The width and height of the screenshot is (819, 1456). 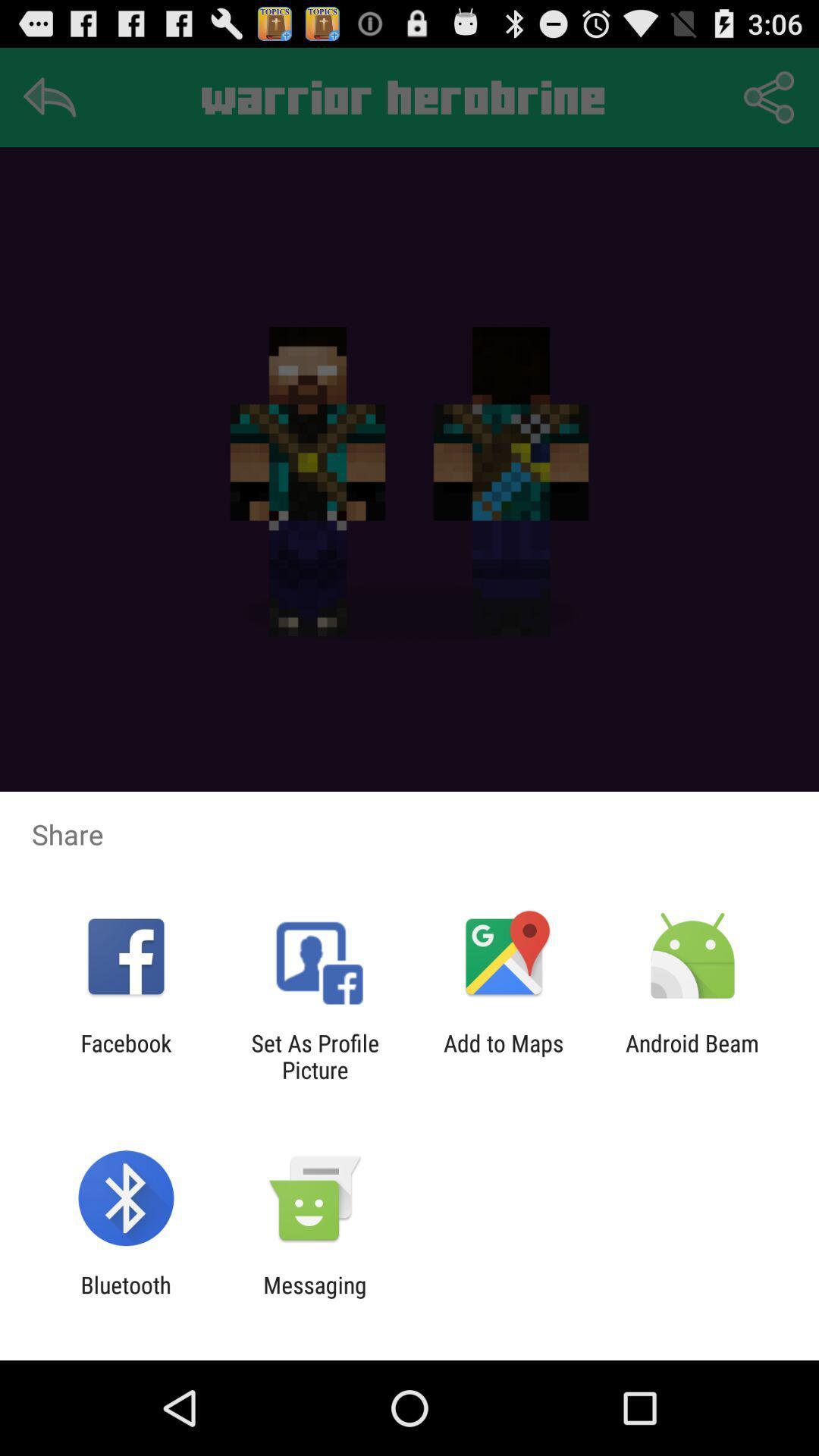 What do you see at coordinates (504, 1056) in the screenshot?
I see `the icon to the right of the set as profile icon` at bounding box center [504, 1056].